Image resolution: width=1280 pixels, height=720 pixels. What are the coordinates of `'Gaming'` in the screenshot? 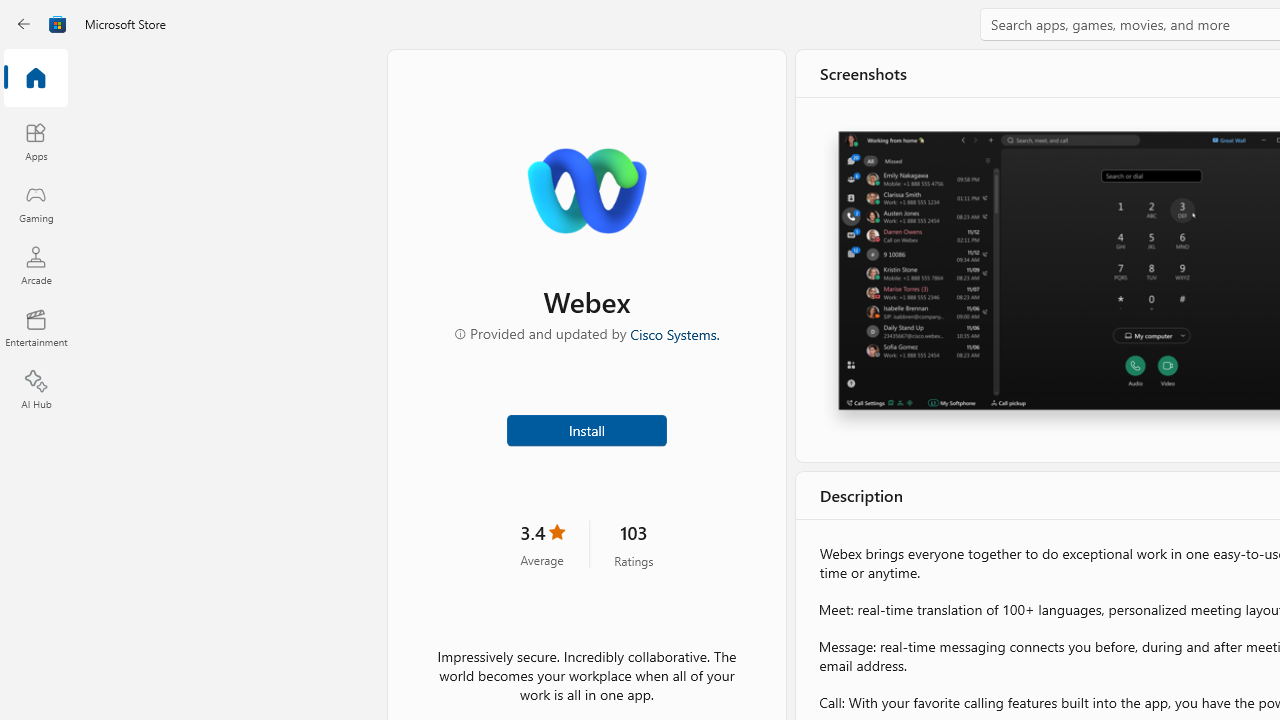 It's located at (35, 203).